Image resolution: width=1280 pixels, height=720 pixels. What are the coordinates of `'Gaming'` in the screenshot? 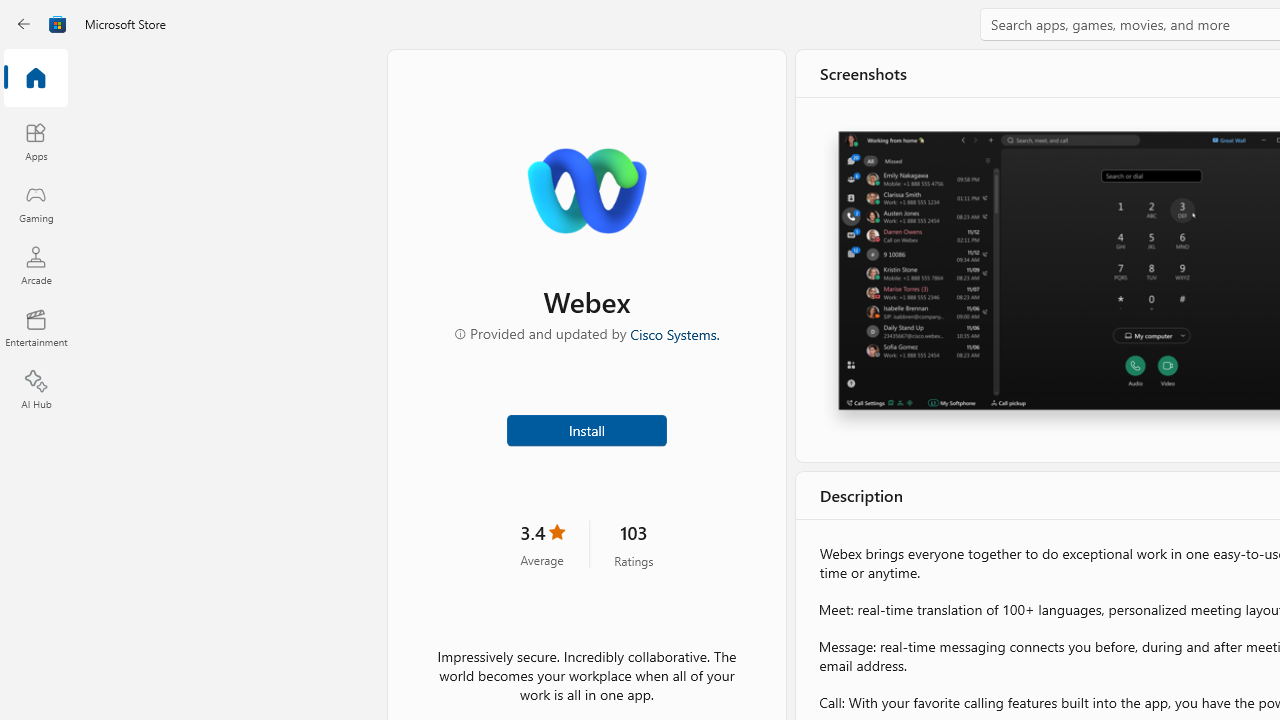 It's located at (35, 203).